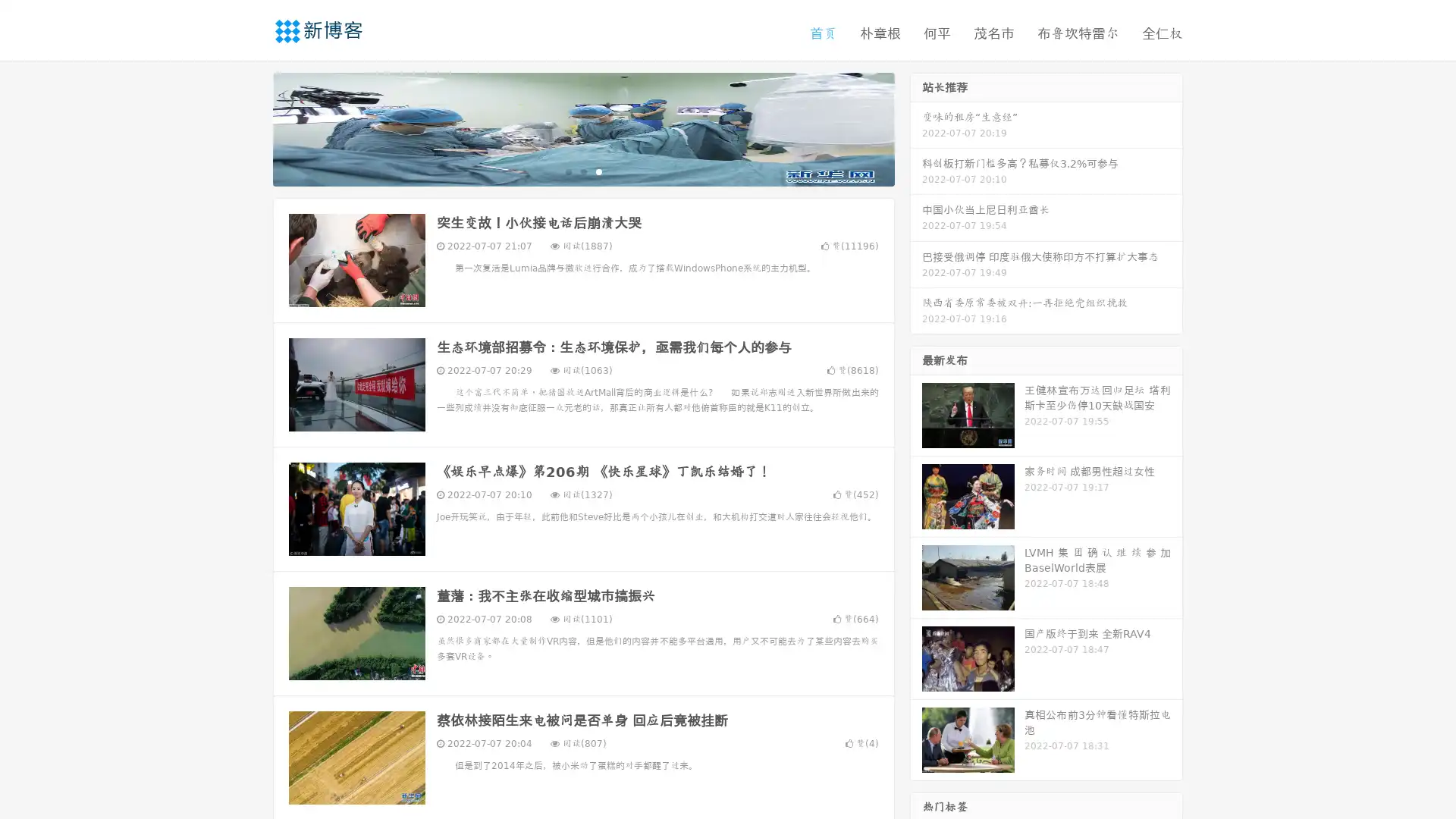 The height and width of the screenshot is (819, 1456). Describe the element at coordinates (582, 171) in the screenshot. I see `Go to slide 2` at that location.